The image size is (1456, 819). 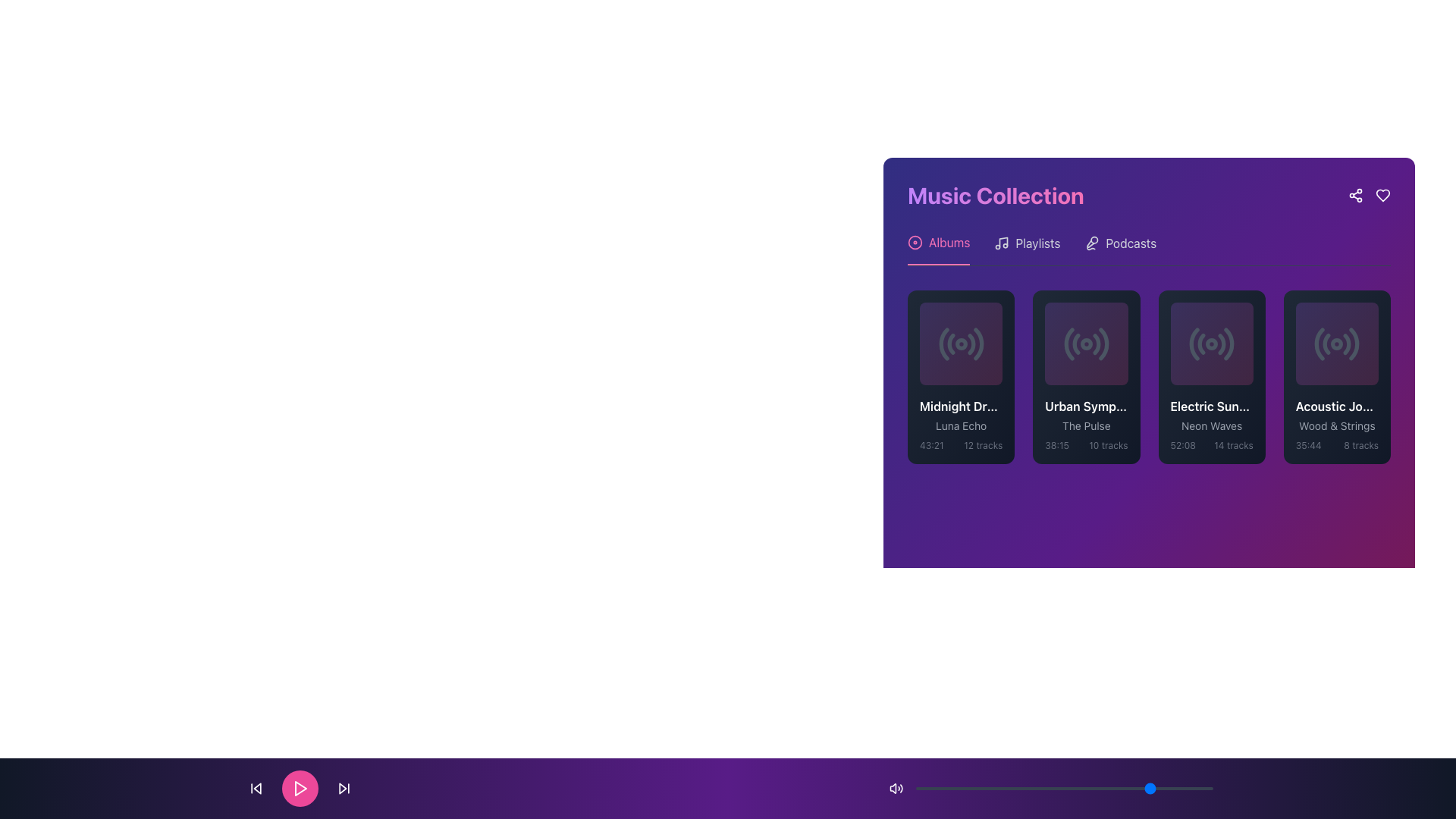 I want to click on the Podcasts icon located in the top-right corner of the Music Collection section, so click(x=1092, y=242).